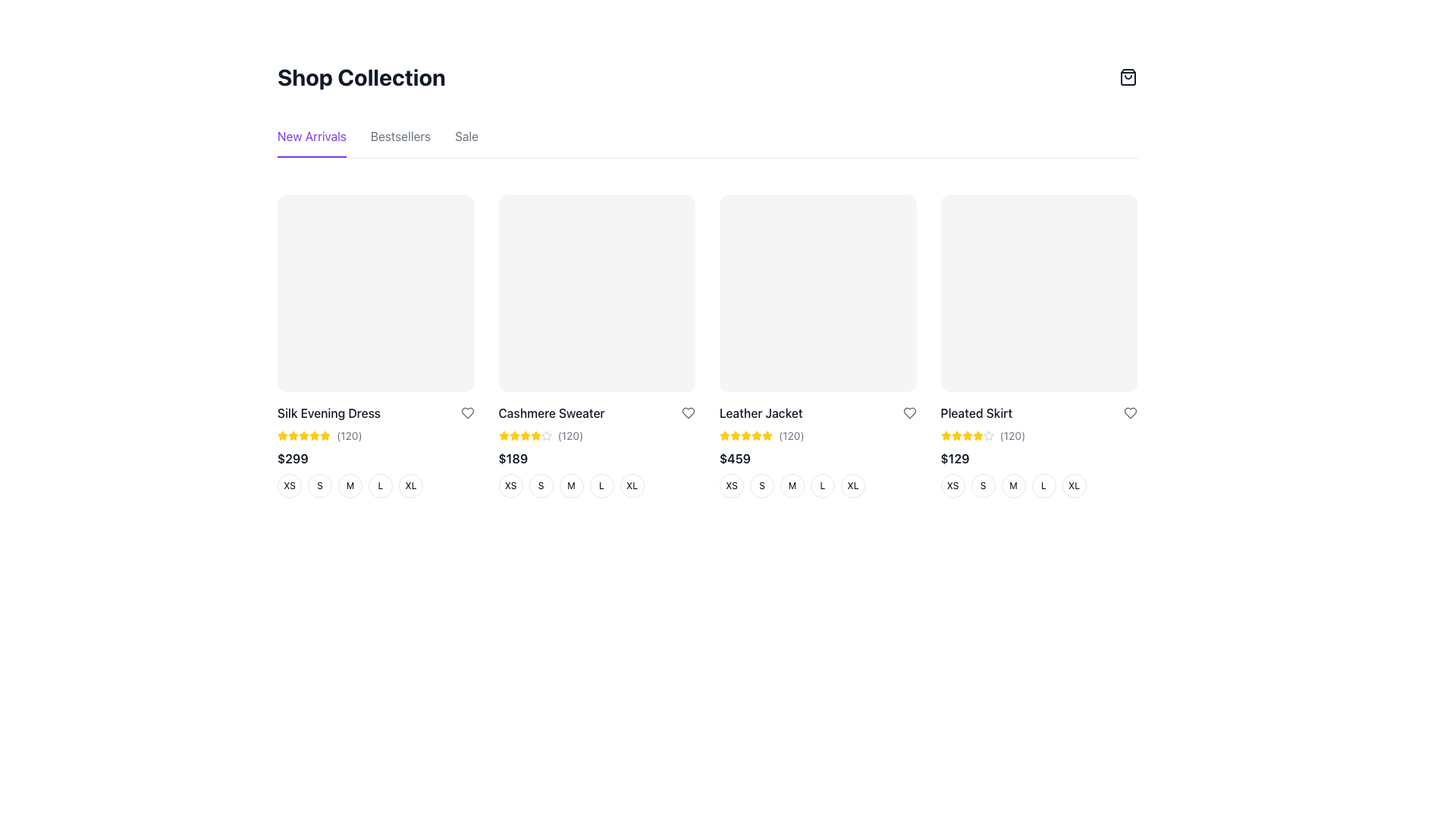 This screenshot has height=819, width=1456. I want to click on the second yellow star icon in the rating system for the 'Silk Evening Dress' to interact with the rating functionality, so click(313, 435).